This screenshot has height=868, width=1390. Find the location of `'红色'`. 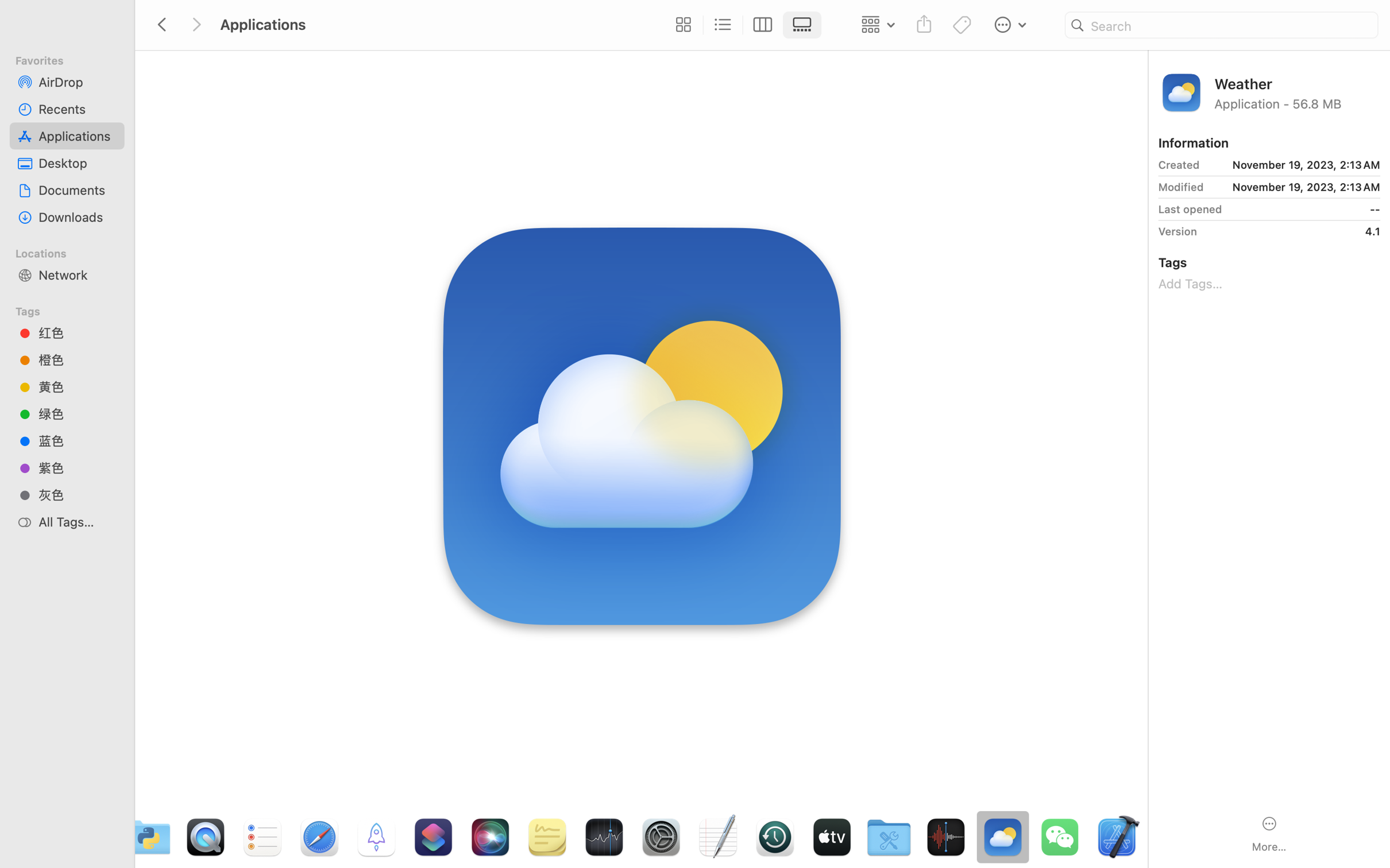

'红色' is located at coordinates (77, 332).